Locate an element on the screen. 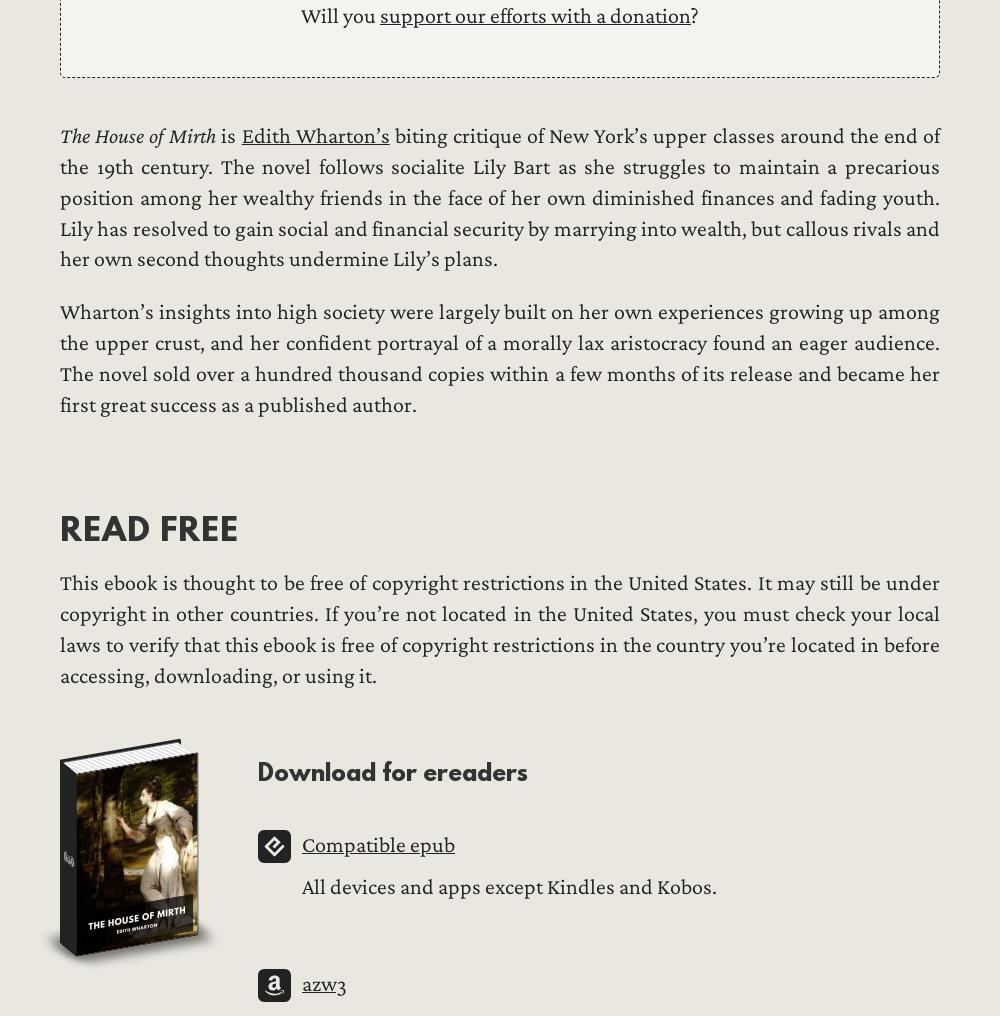 The width and height of the screenshot is (1000, 1016). 'biting critique of New York’s upper classes around the end of the 19th century. The novel follows socialite Lily Bart as she struggles to maintain a precarious position among her wealthy friends in the face of her own diminished finances and fading youth. Lily has resolved to gain social and financial security by marrying into wealth, but callous rivals and her own second thoughts undermine Lily’s plans.' is located at coordinates (500, 197).